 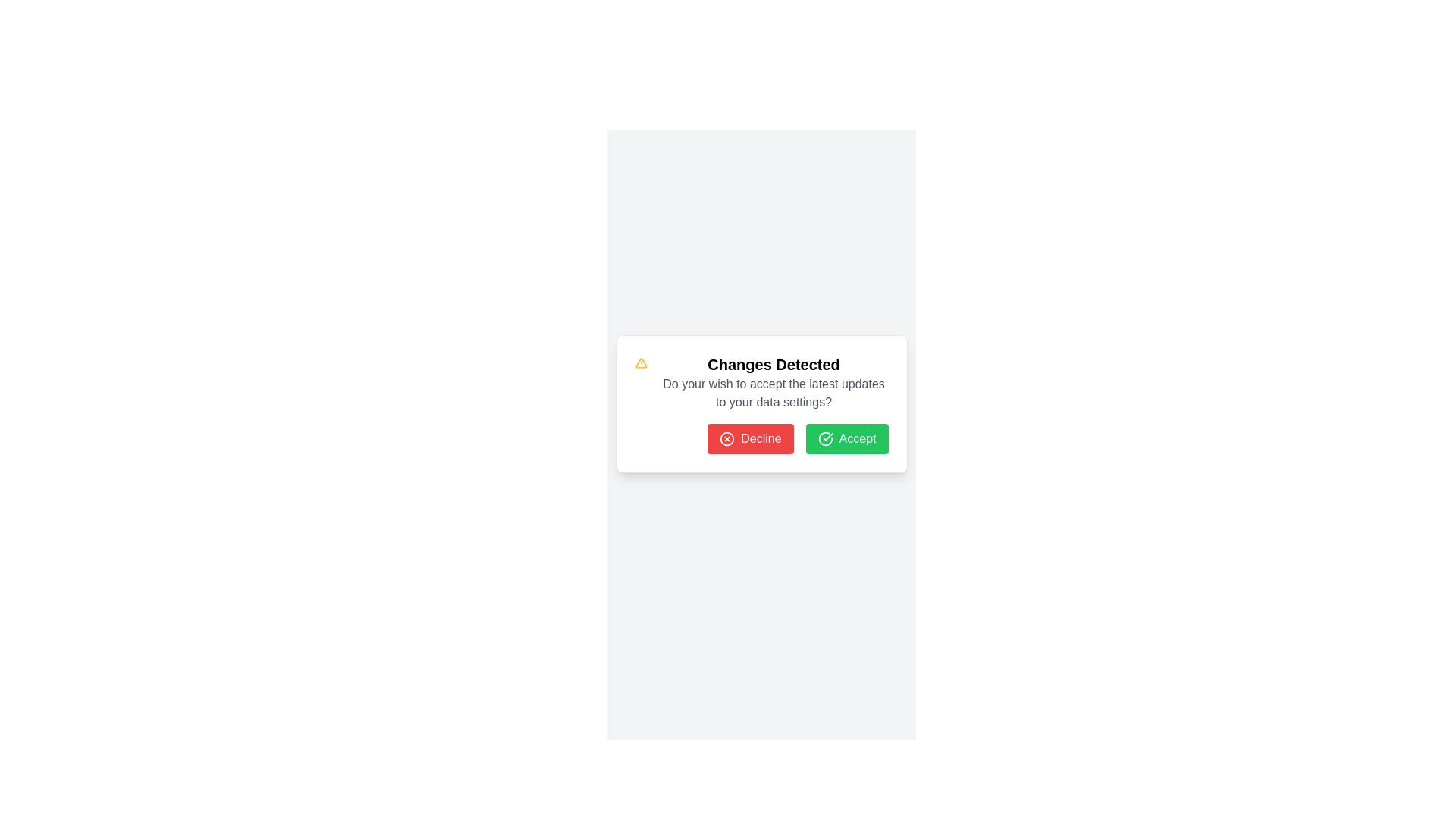 What do you see at coordinates (773, 365) in the screenshot?
I see `the bold text label reading 'Changes Detected' at the top center of the notification card` at bounding box center [773, 365].